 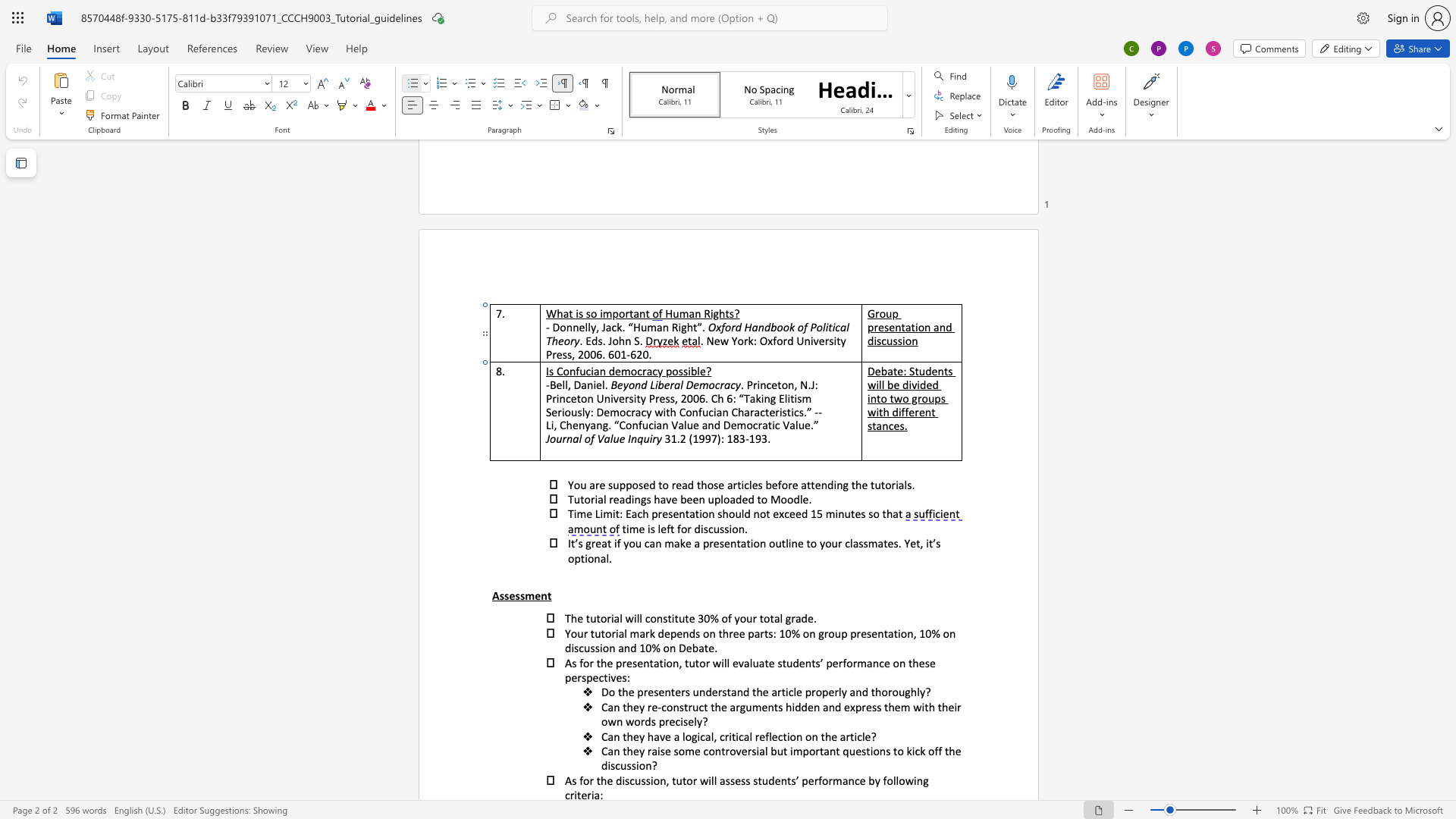 I want to click on the space between the continuous character "s" and "m" in the text, so click(x=526, y=595).